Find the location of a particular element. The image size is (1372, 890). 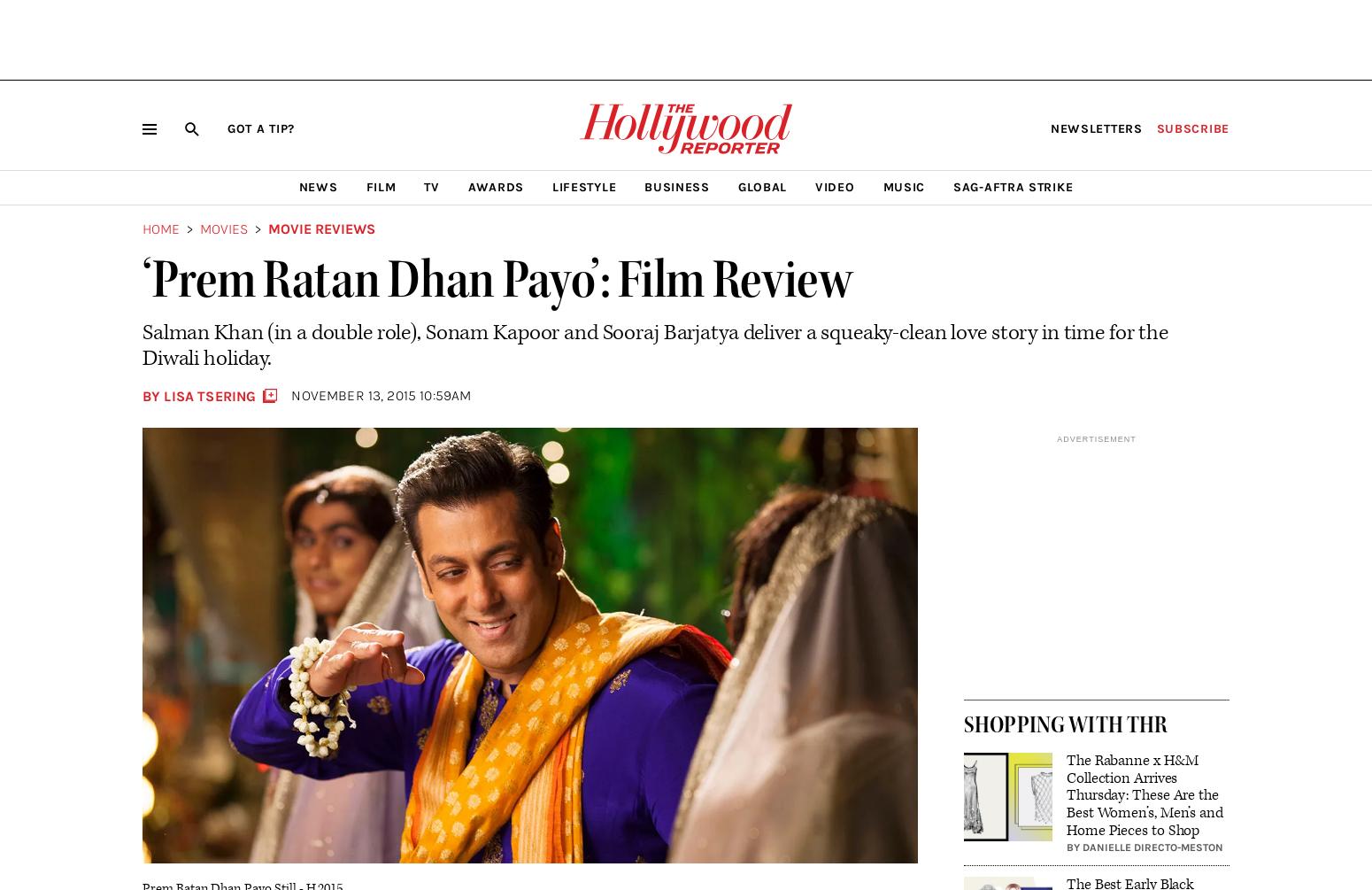

'More Stories by Lisa Tsering' is located at coordinates (238, 460).